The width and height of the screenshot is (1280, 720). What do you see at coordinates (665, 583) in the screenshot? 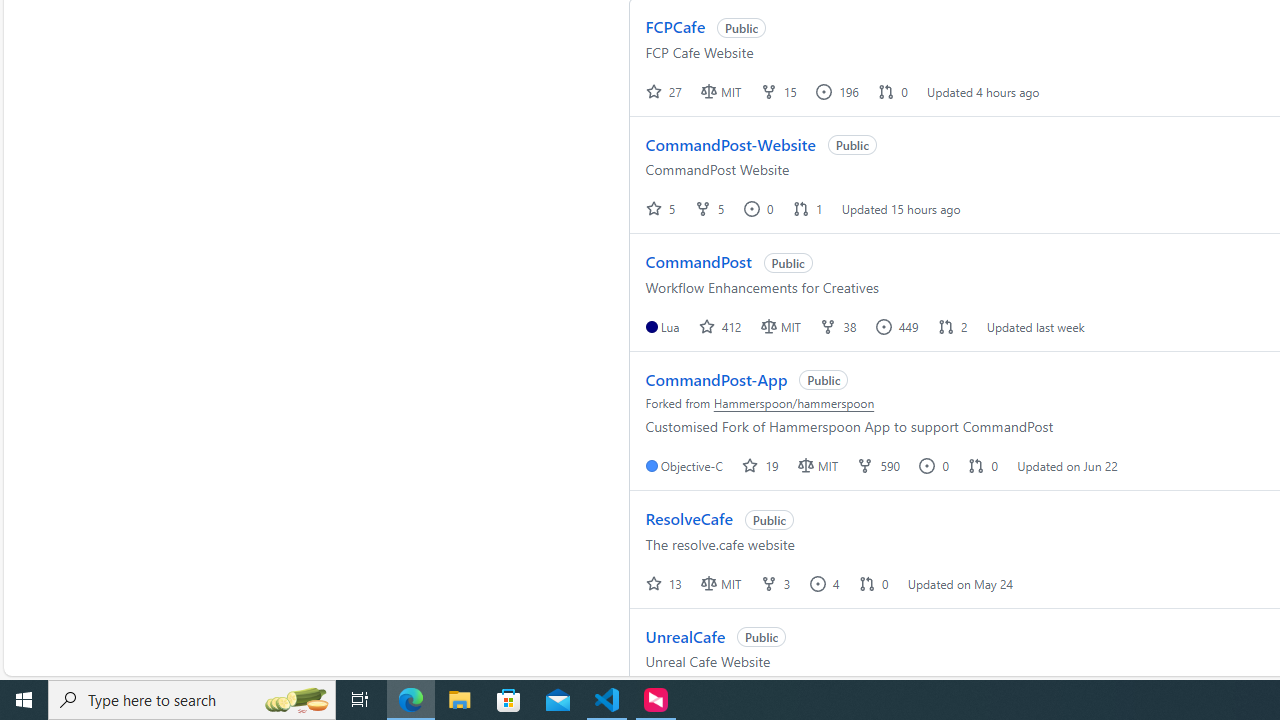
I see `' 13 '` at bounding box center [665, 583].